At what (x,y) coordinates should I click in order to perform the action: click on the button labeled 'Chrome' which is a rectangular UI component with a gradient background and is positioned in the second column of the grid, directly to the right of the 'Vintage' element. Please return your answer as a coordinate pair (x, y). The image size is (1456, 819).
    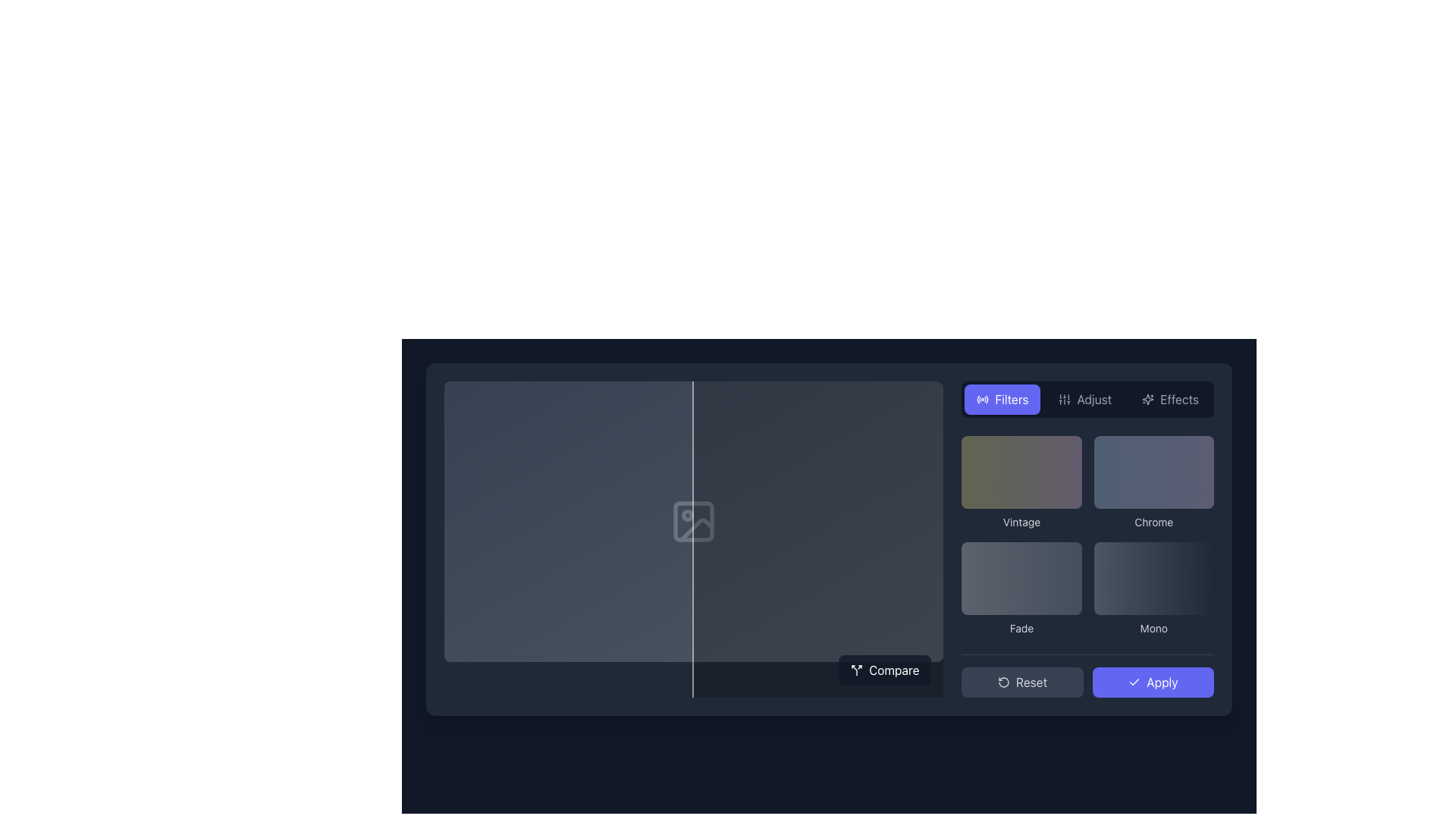
    Looking at the image, I should click on (1153, 482).